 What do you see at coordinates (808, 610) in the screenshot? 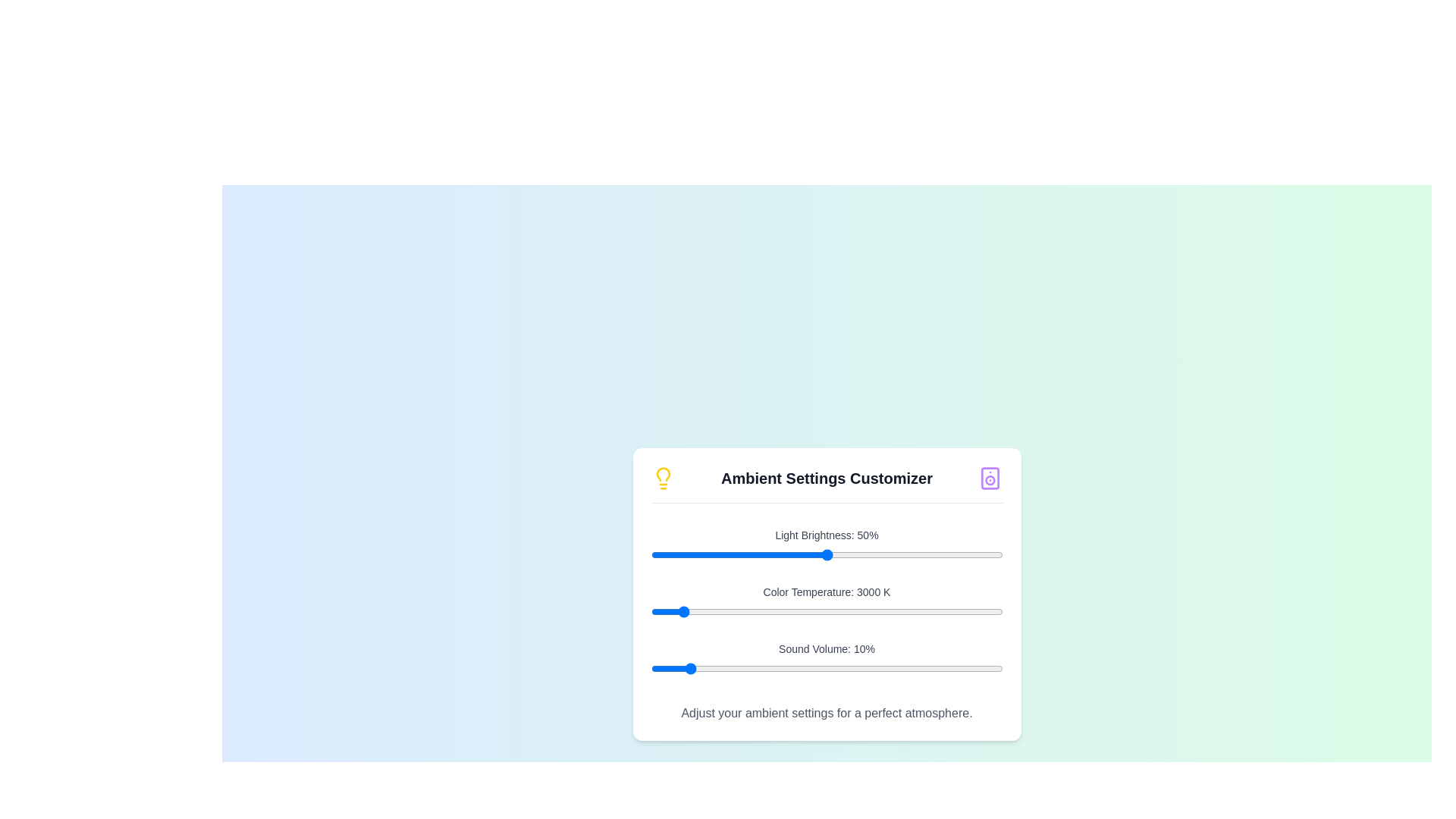
I see `the color temperature` at bounding box center [808, 610].